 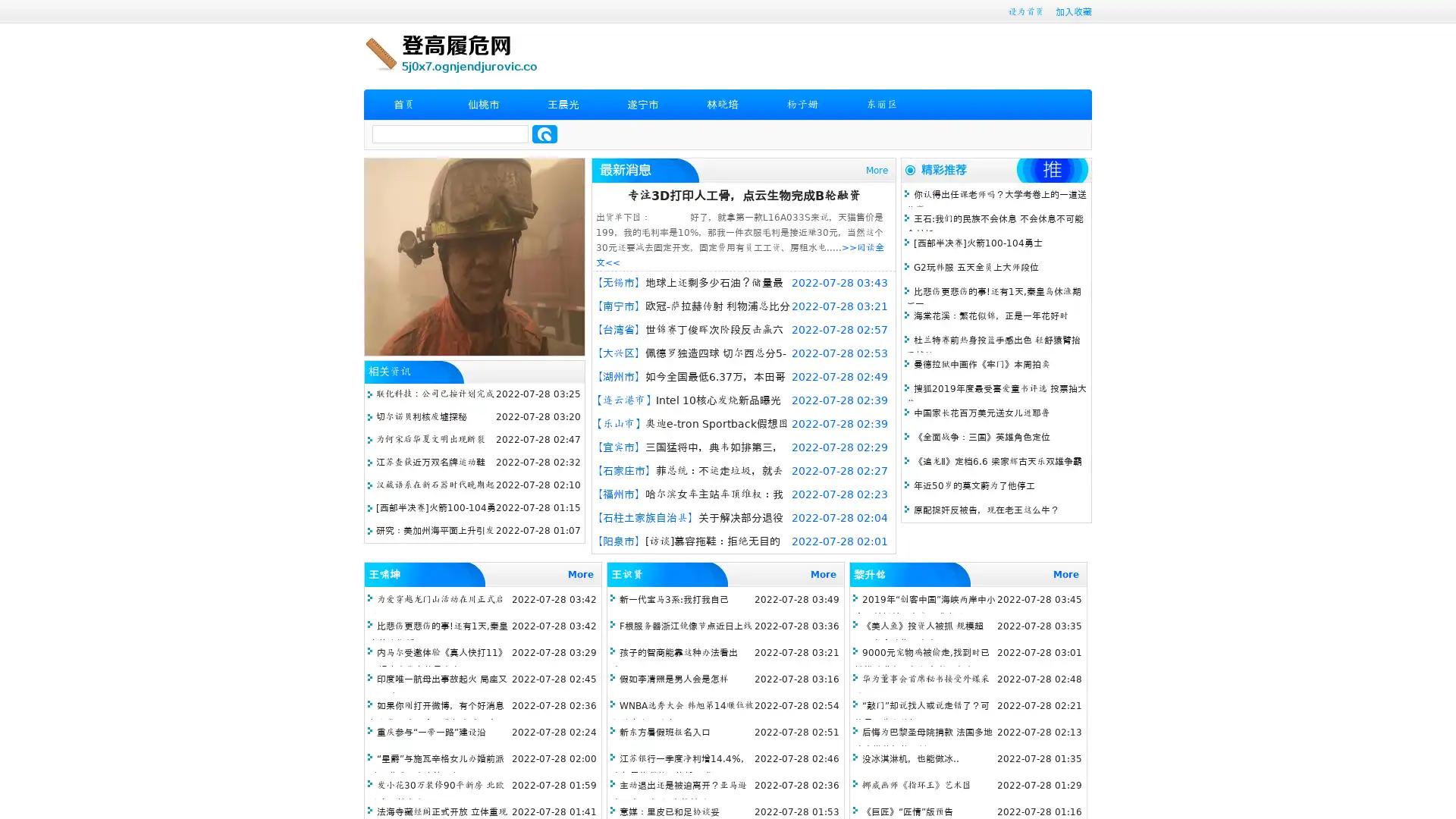 What do you see at coordinates (544, 133) in the screenshot?
I see `Search` at bounding box center [544, 133].